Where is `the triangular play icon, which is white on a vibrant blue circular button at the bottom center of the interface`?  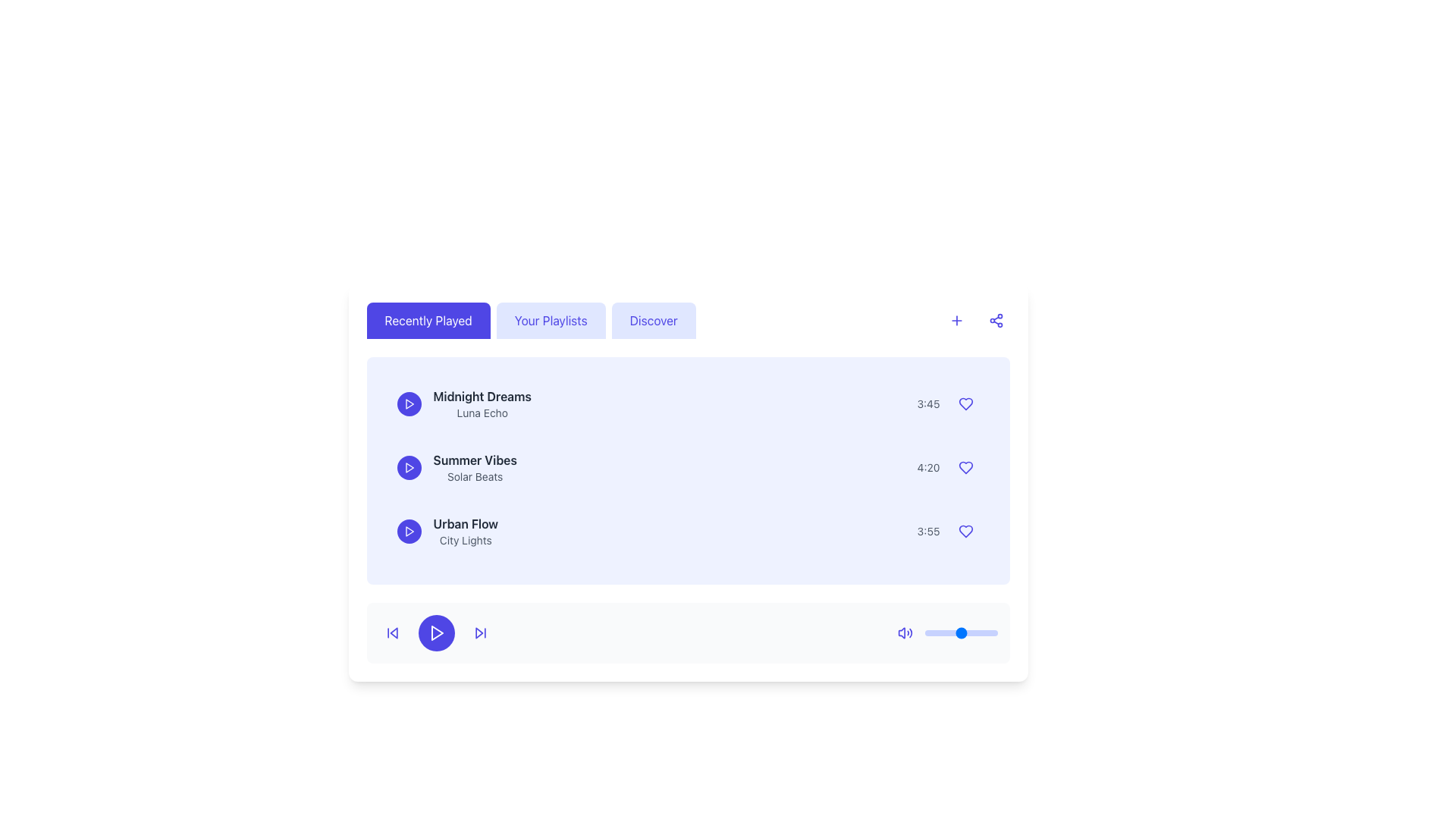 the triangular play icon, which is white on a vibrant blue circular button at the bottom center of the interface is located at coordinates (436, 632).